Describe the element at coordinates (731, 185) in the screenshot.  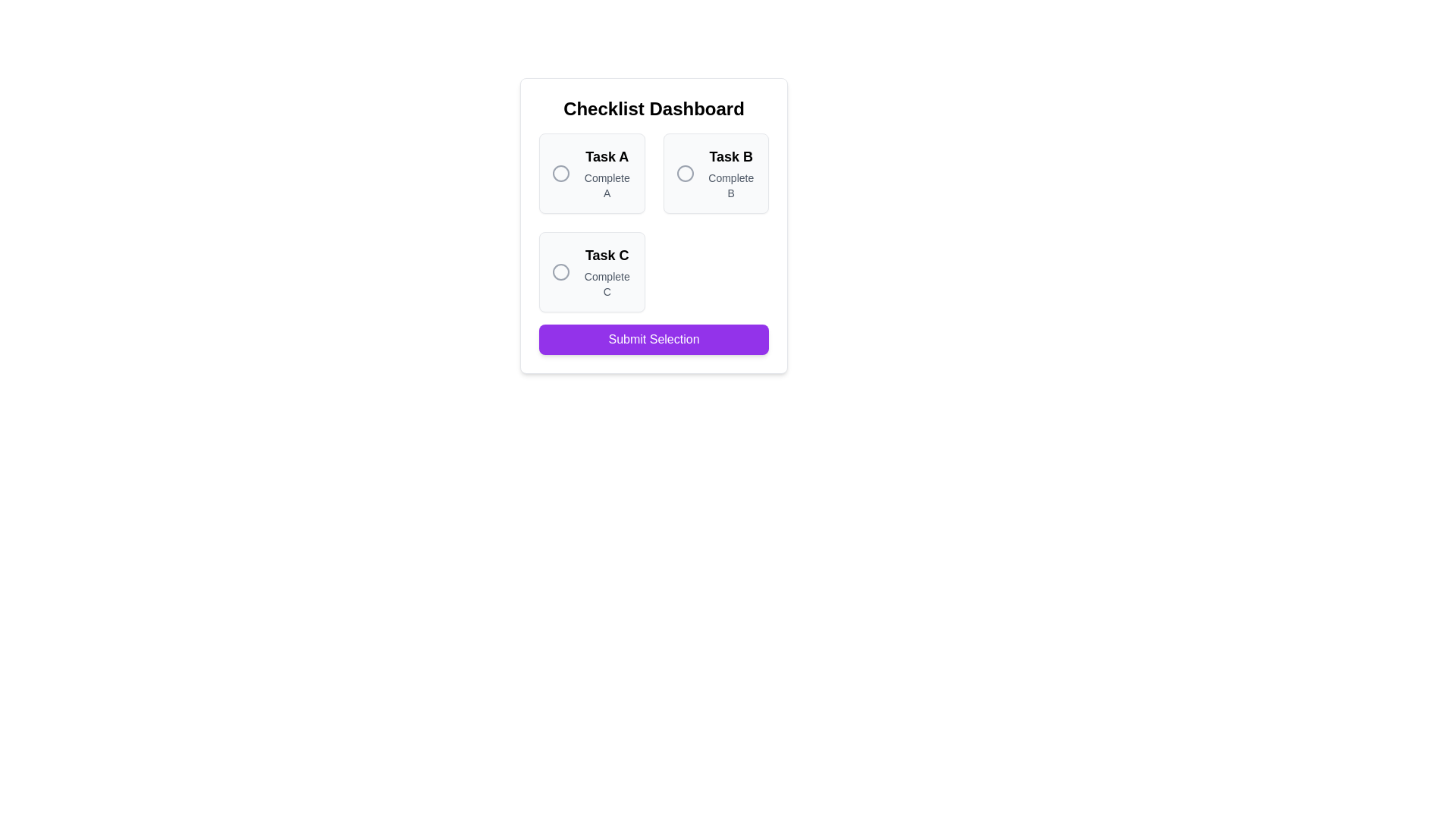
I see `the text label 'Complete B' which is part of the checklist item located below 'Task B' in the second checklist card` at that location.